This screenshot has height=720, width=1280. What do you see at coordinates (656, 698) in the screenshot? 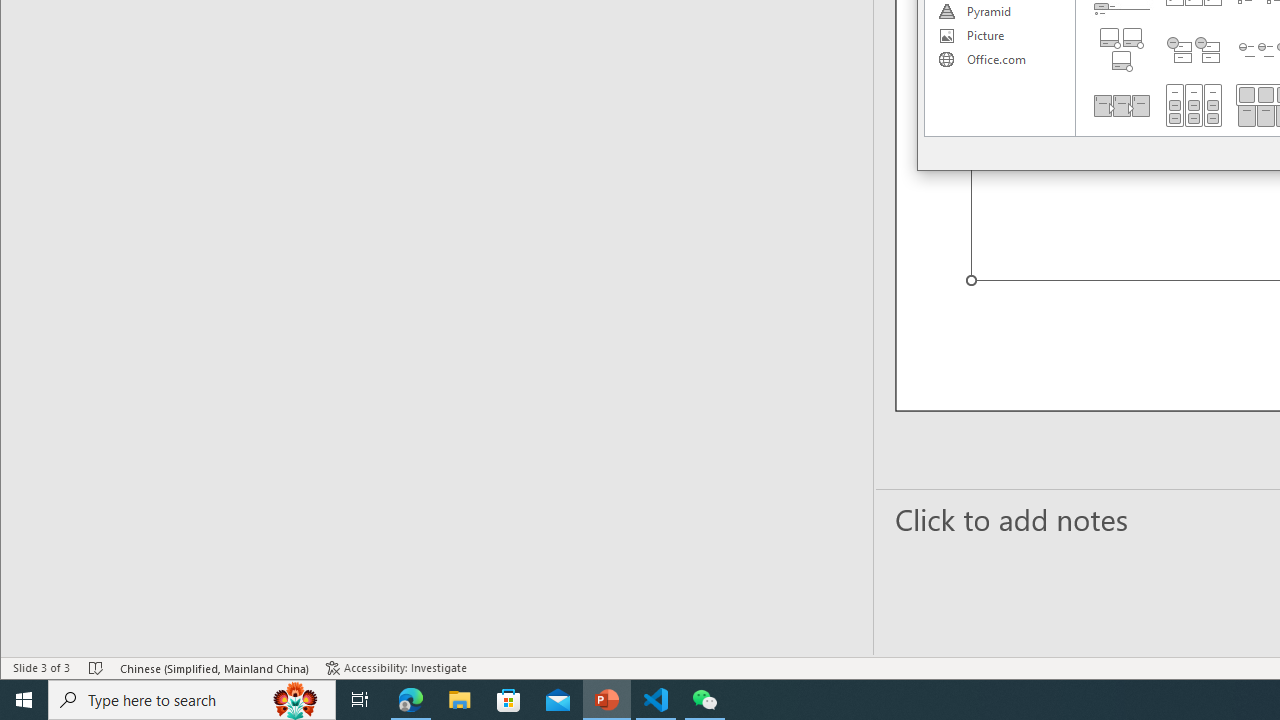
I see `'Visual Studio Code - 1 running window'` at bounding box center [656, 698].